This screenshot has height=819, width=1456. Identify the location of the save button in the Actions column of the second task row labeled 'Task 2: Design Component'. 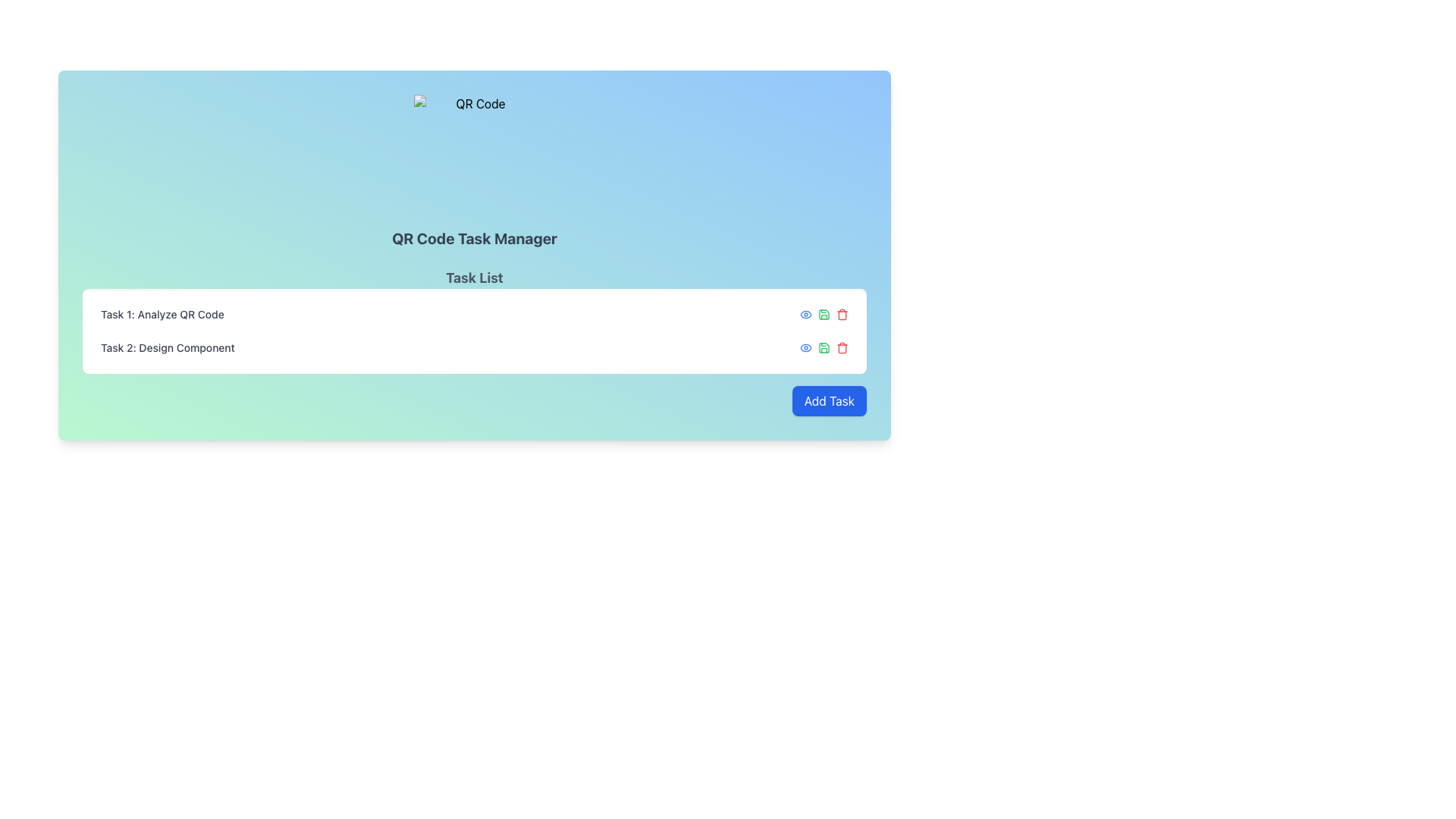
(823, 348).